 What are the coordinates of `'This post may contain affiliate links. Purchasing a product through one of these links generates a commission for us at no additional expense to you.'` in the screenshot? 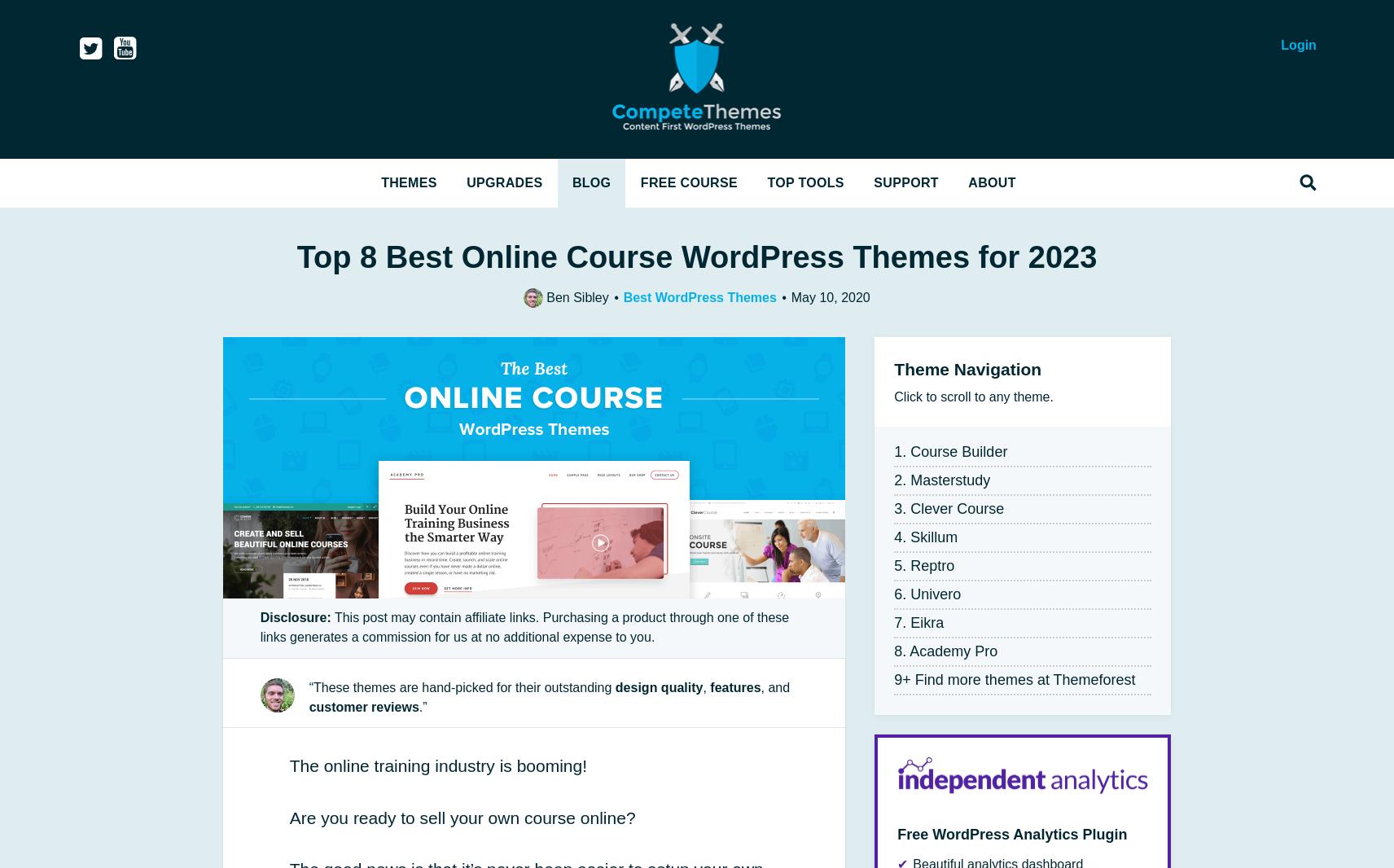 It's located at (524, 625).